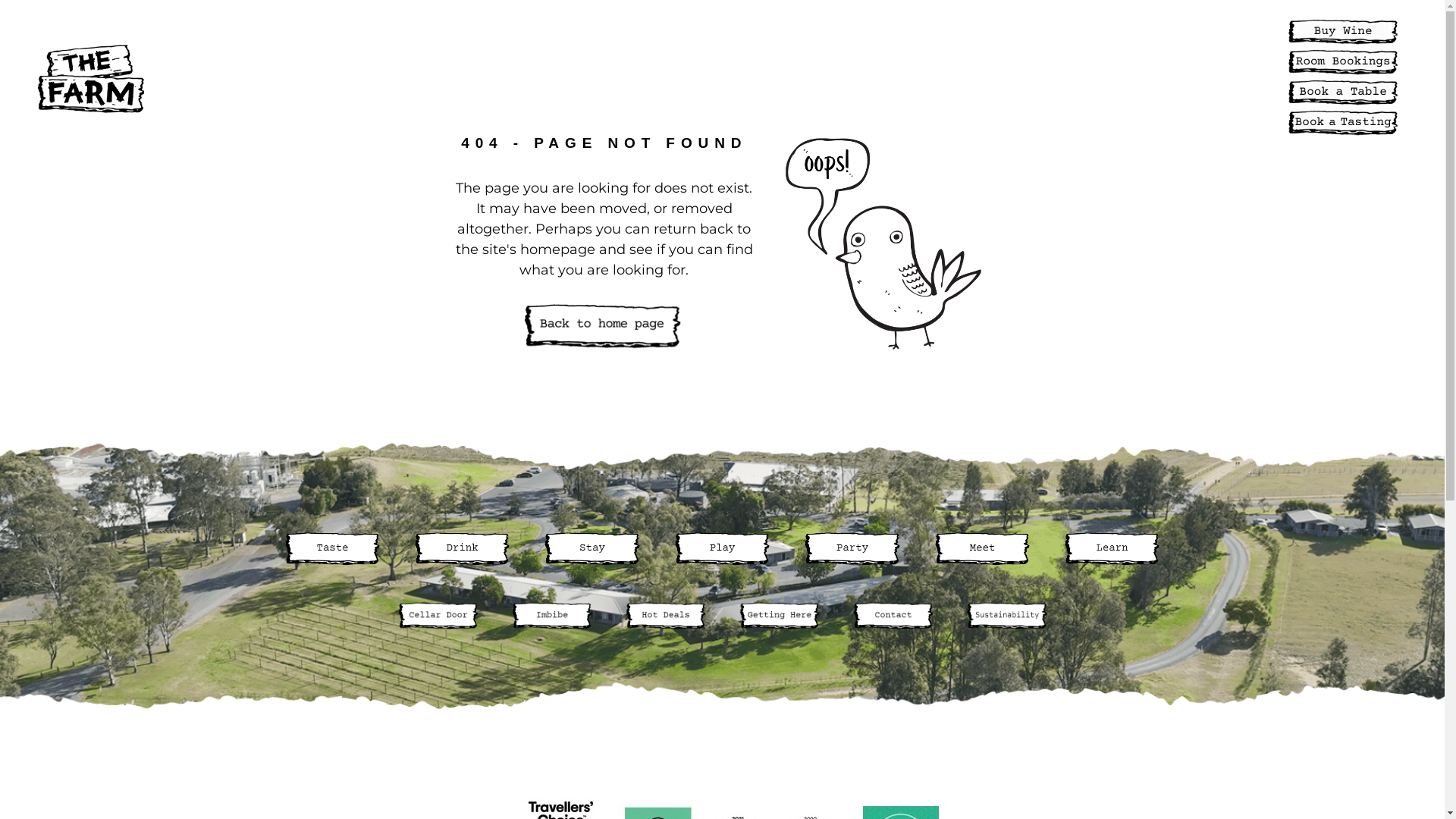 Image resolution: width=1456 pixels, height=819 pixels. Describe the element at coordinates (892, 616) in the screenshot. I see `'Contact-12'` at that location.